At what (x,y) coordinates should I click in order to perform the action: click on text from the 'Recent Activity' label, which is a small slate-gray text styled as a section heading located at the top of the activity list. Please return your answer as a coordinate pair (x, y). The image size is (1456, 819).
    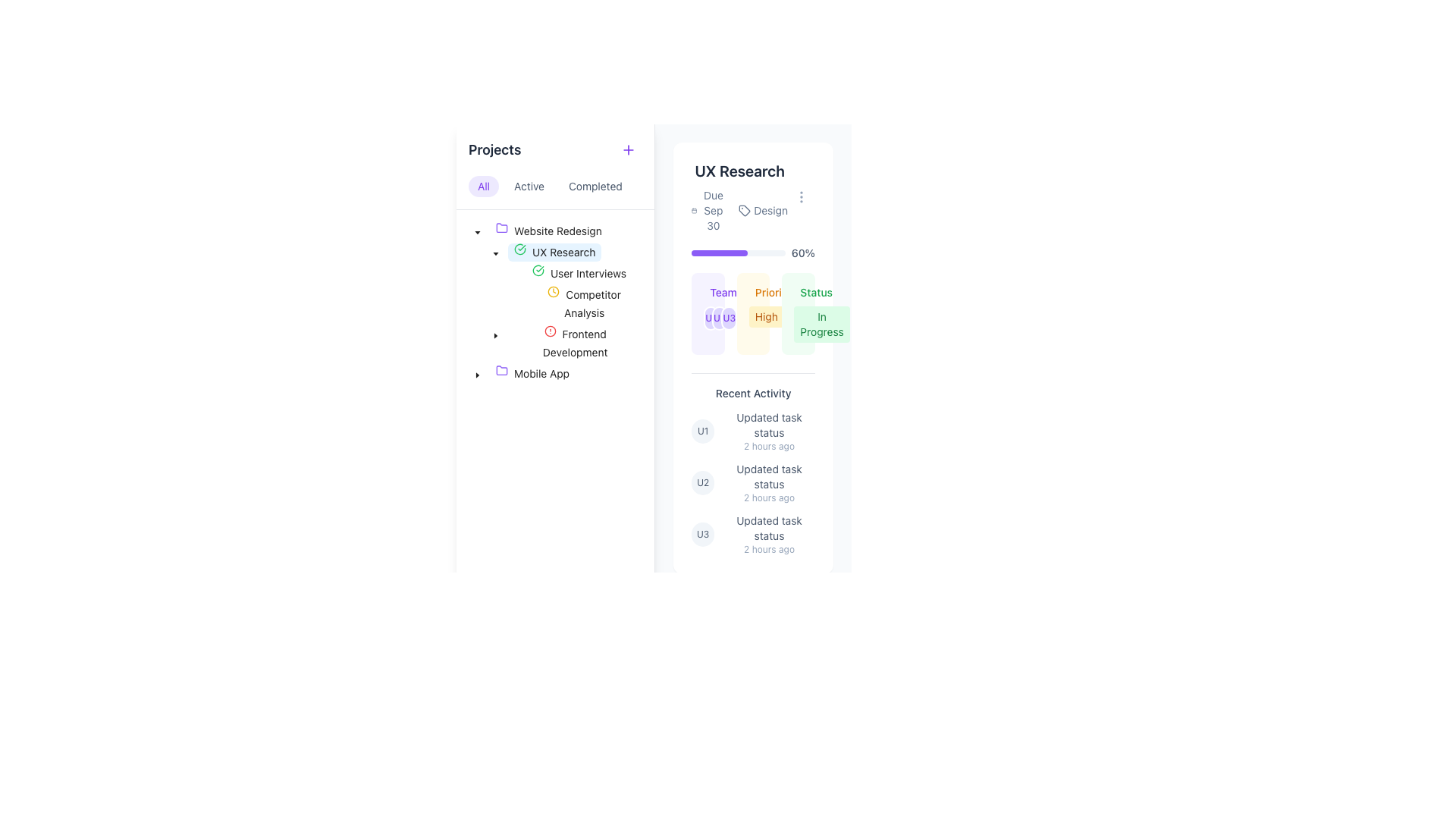
    Looking at the image, I should click on (753, 393).